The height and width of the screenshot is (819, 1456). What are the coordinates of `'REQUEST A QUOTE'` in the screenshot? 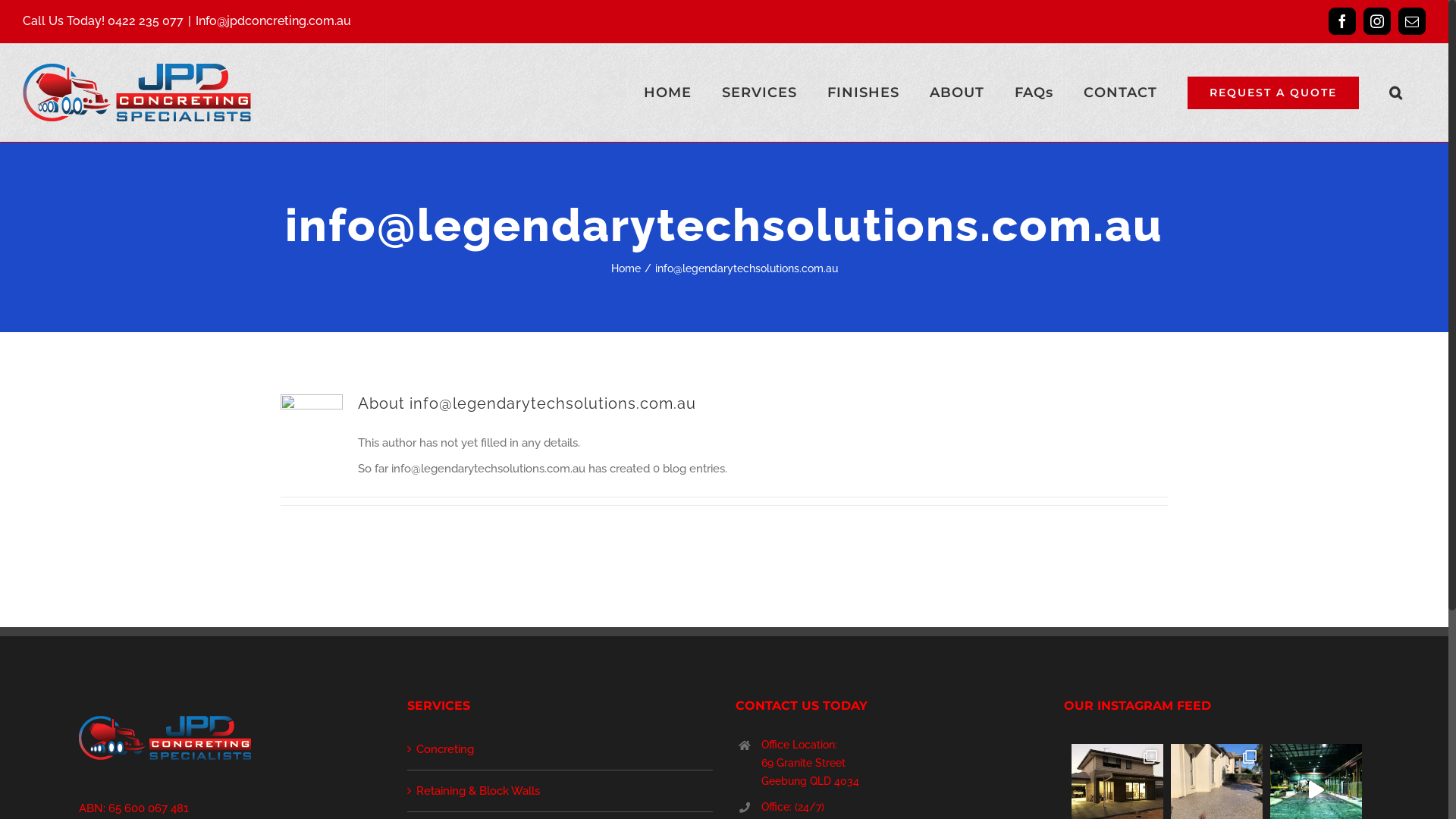 It's located at (1273, 93).